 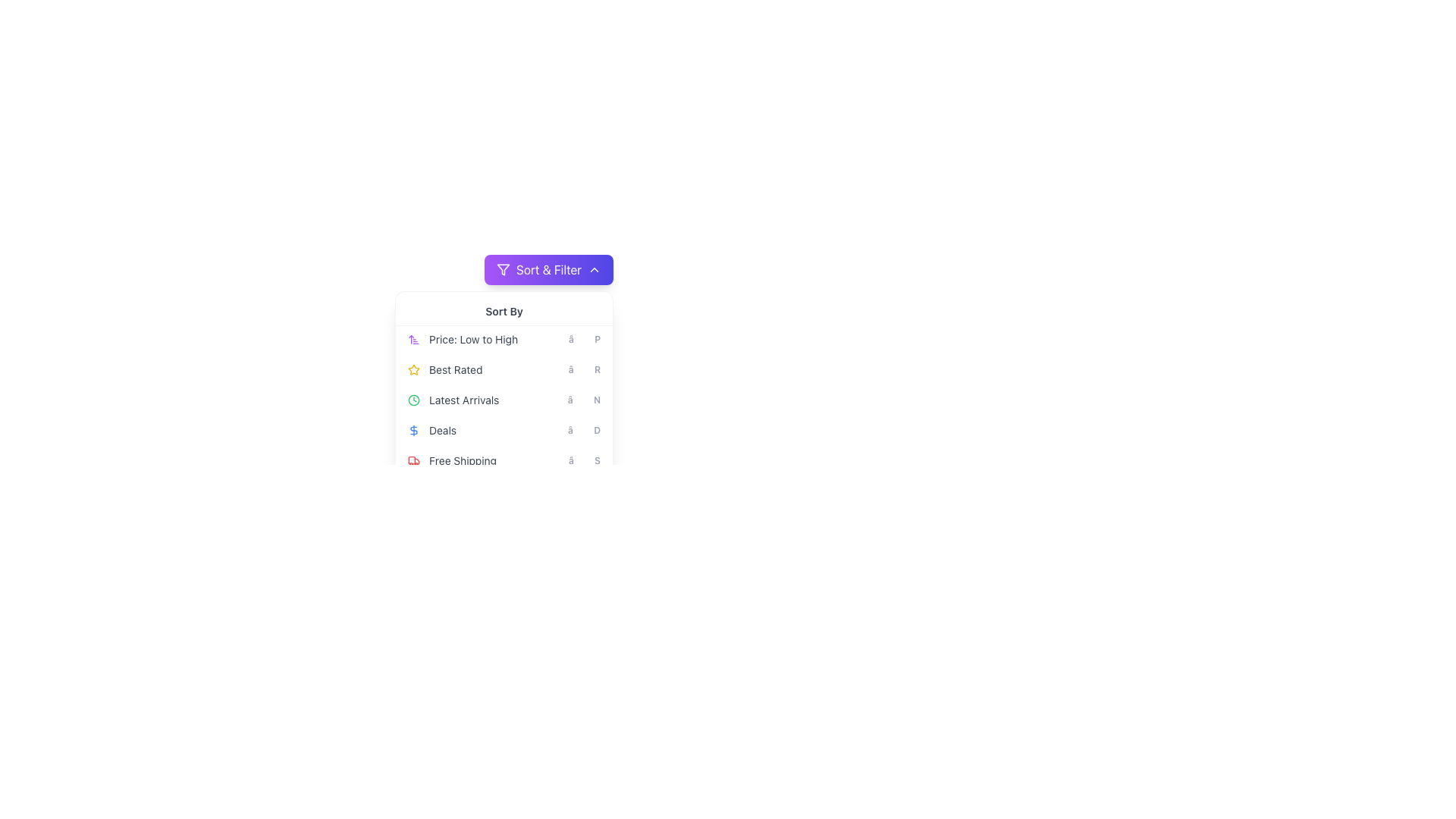 I want to click on descriptive text label located in the vertical menu, positioned fourth from the top, indicating a specific category or feature related to deals, so click(x=442, y=430).